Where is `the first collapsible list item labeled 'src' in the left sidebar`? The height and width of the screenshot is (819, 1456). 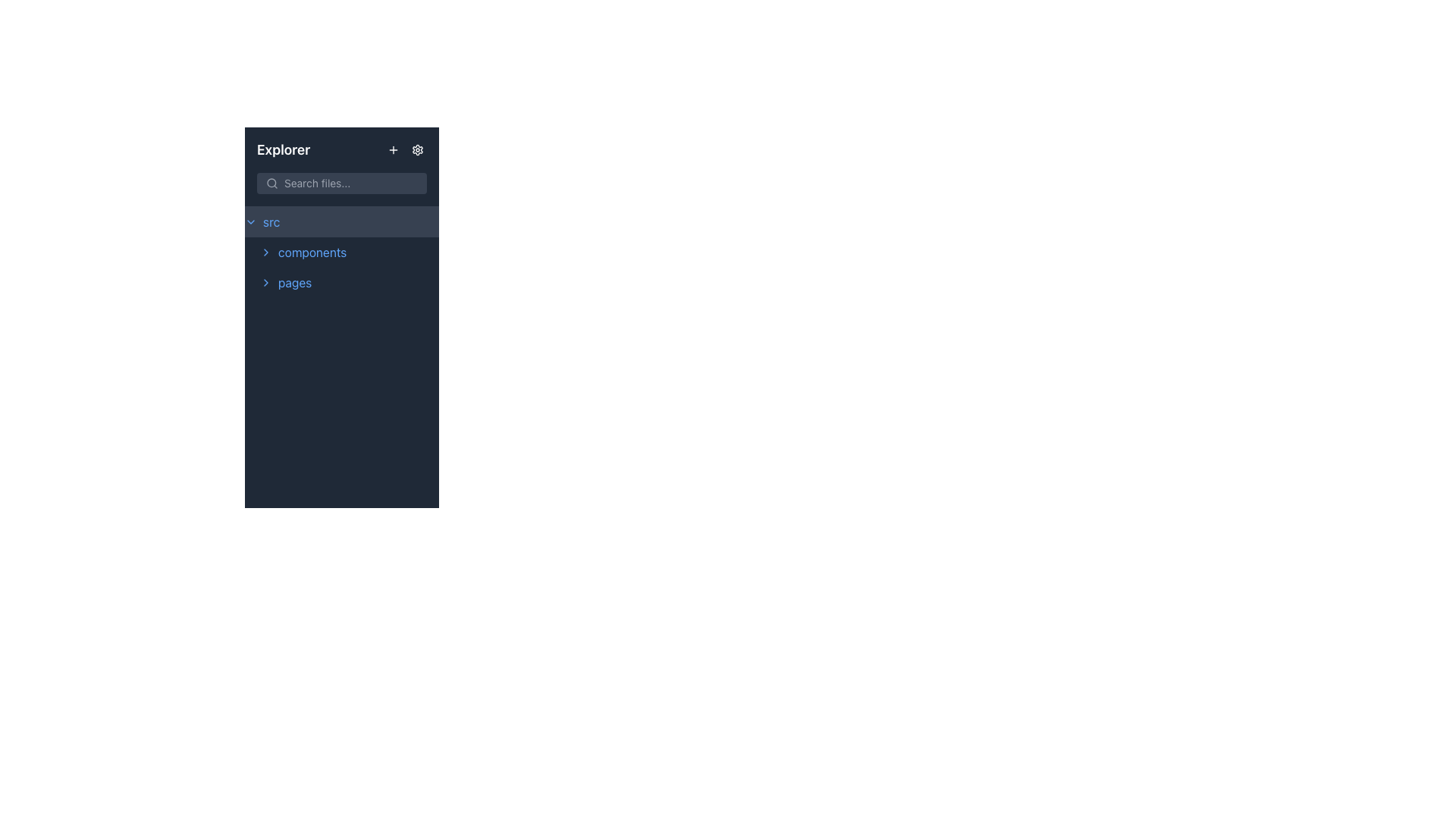
the first collapsible list item labeled 'src' in the left sidebar is located at coordinates (341, 222).